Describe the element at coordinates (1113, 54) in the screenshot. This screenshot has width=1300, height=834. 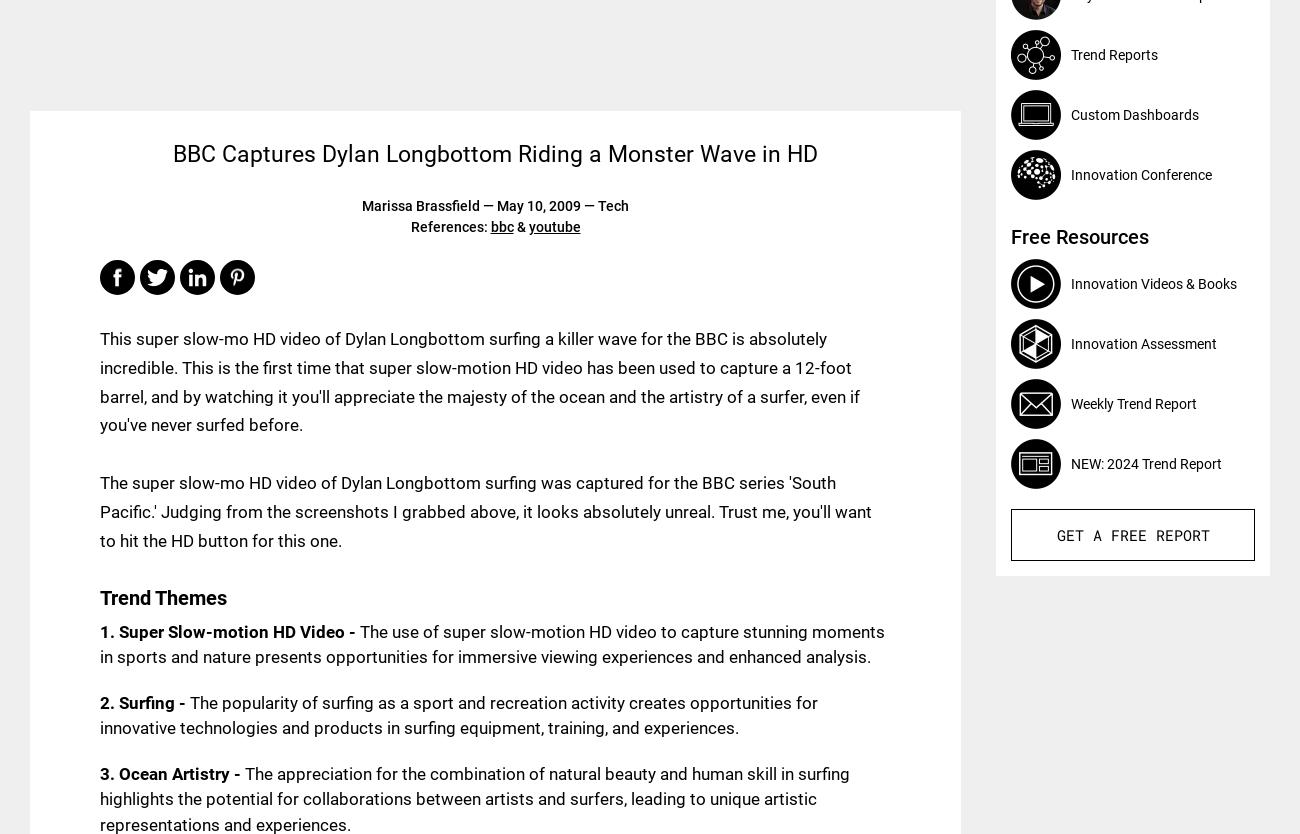
I see `'Trend Reports'` at that location.